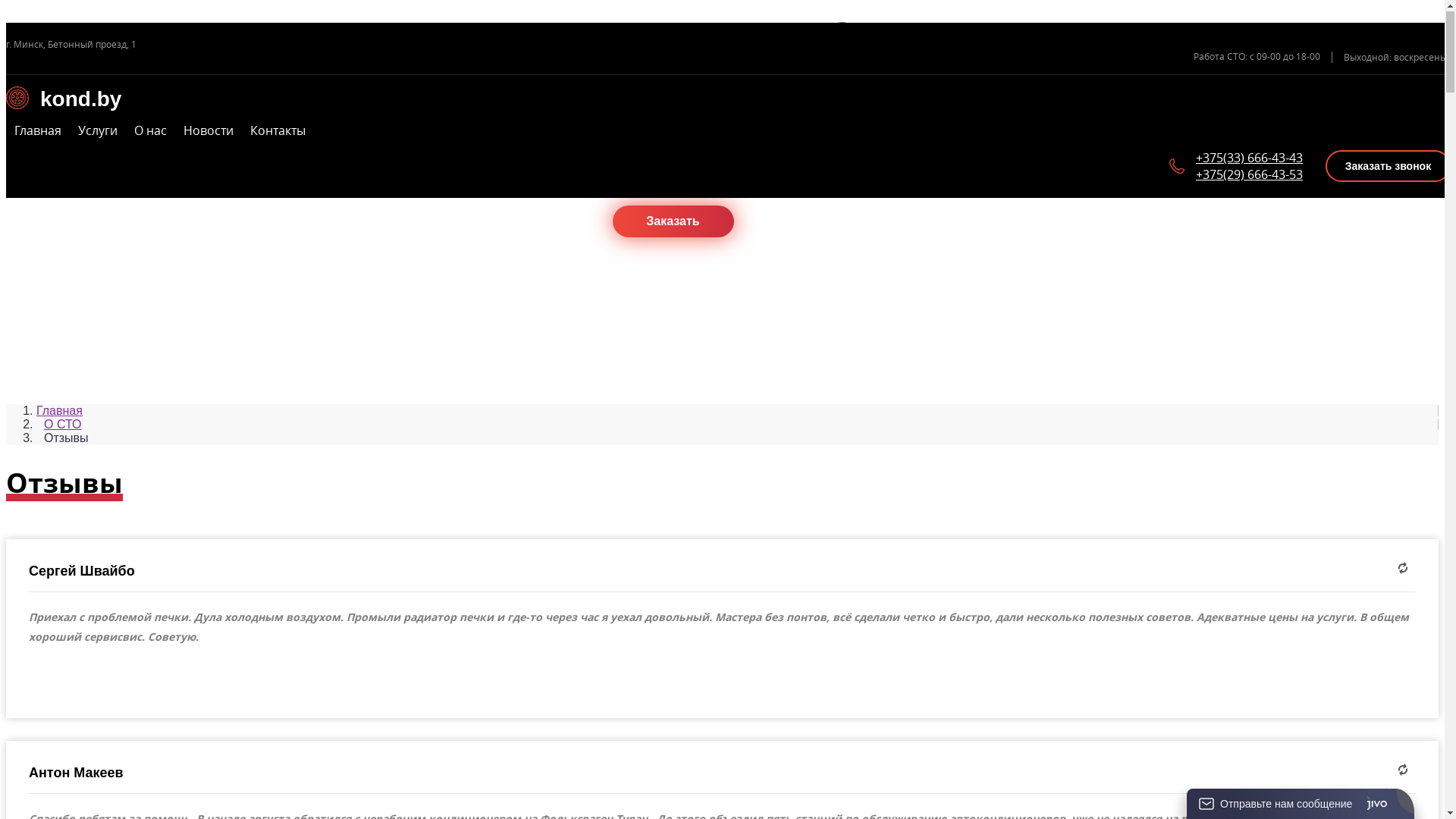 The height and width of the screenshot is (819, 1456). I want to click on '+375(33) 666-43-43', so click(1249, 158).